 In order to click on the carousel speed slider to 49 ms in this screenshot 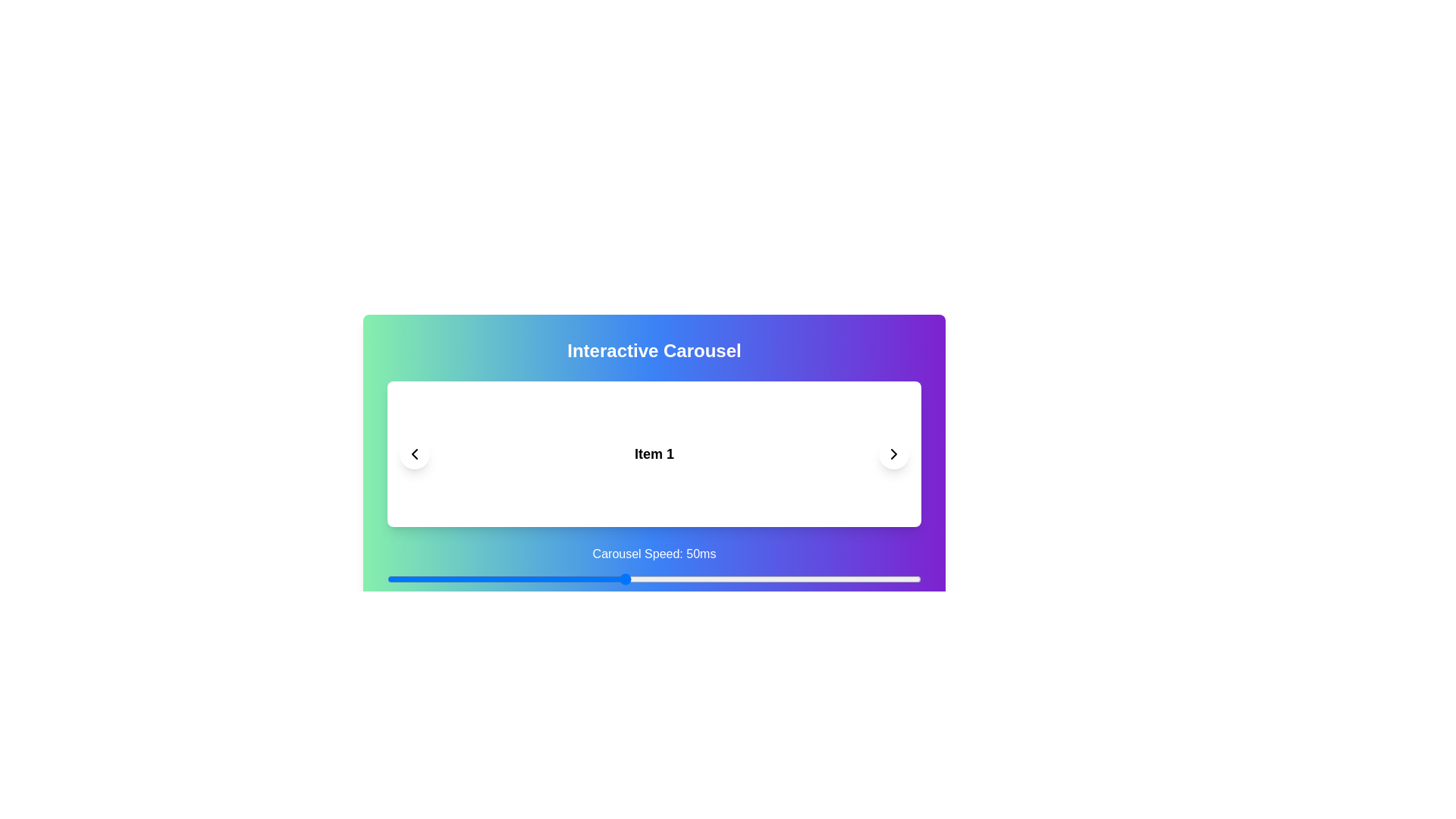, I will do `click(619, 579)`.